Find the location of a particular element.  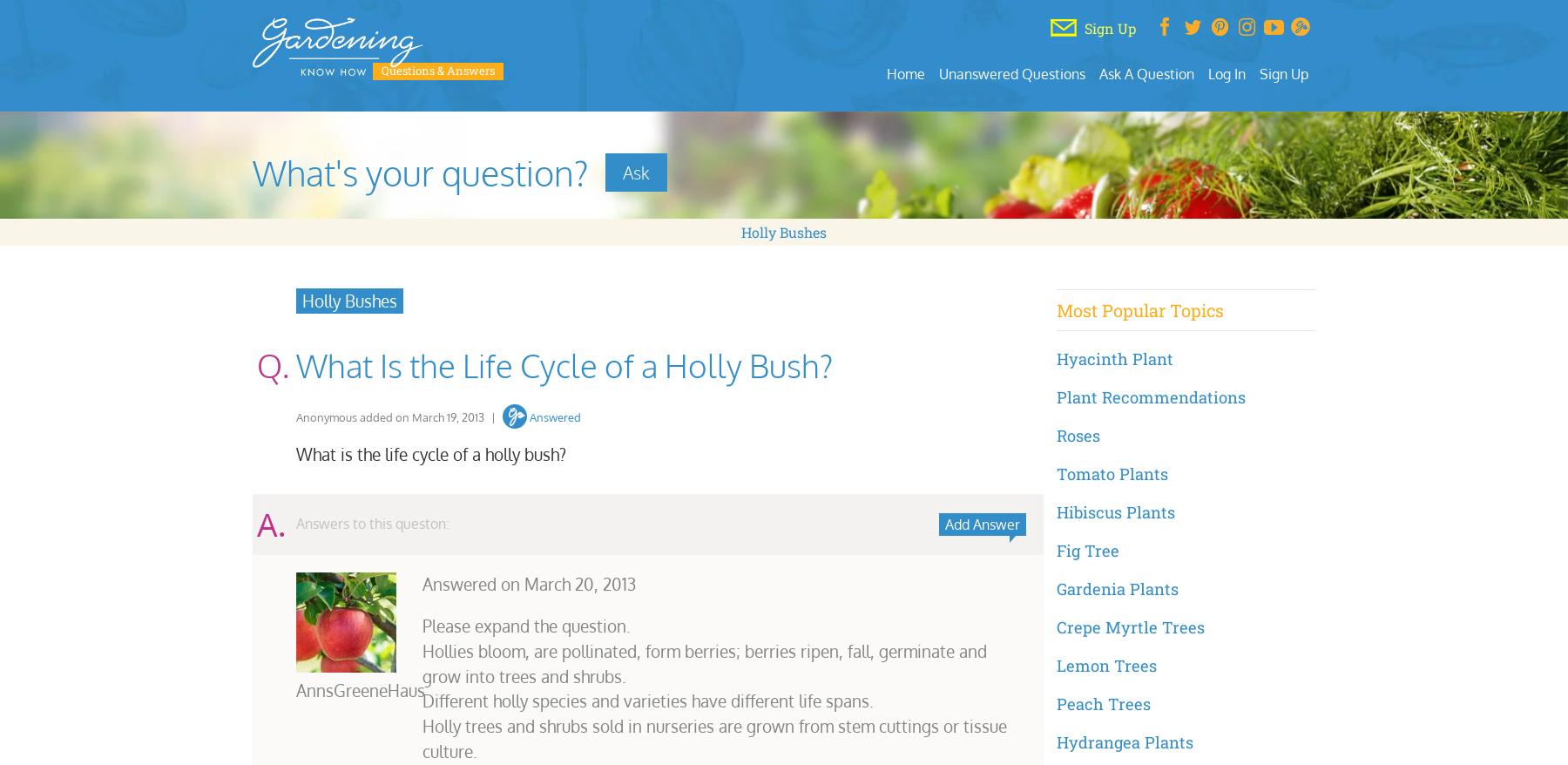

'Anonymous' is located at coordinates (326, 415).